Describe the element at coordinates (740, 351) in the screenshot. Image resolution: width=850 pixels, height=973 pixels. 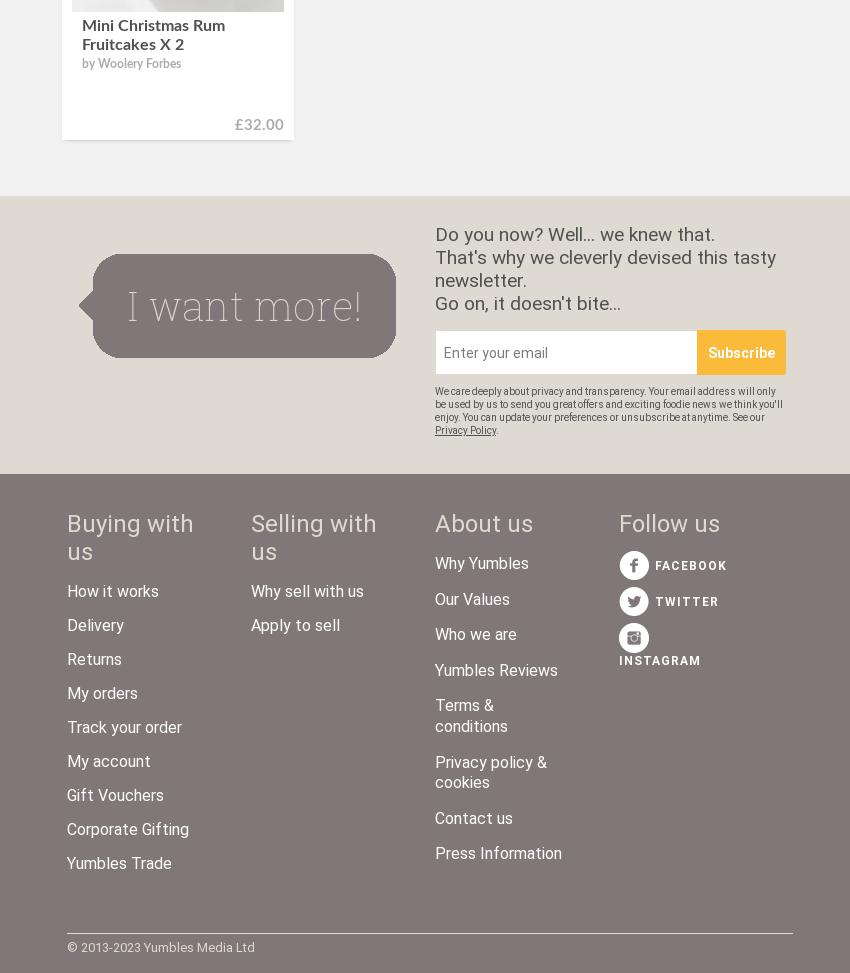
I see `'Subscribe'` at that location.